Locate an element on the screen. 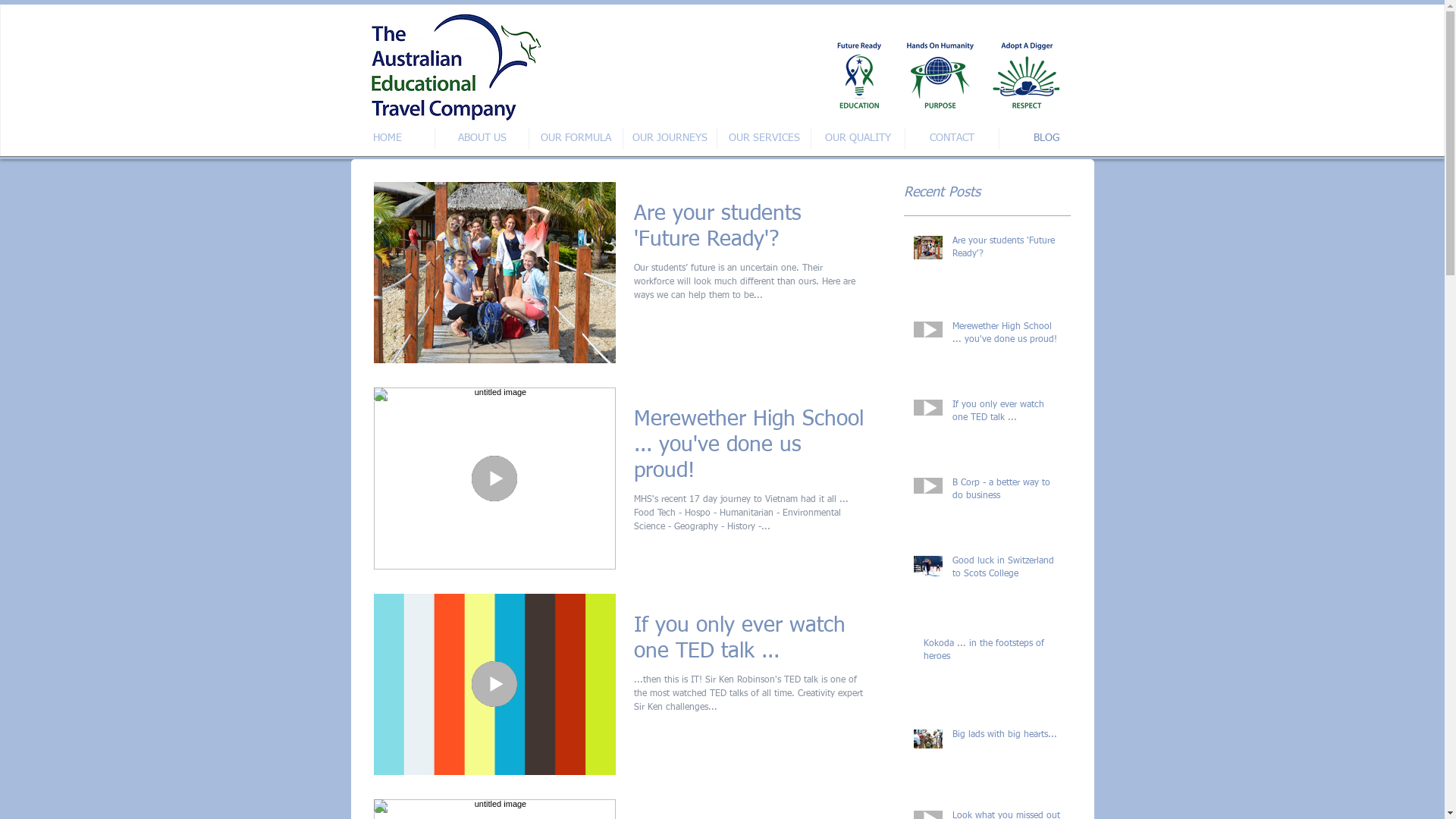  'OUR QUALITY' is located at coordinates (858, 138).